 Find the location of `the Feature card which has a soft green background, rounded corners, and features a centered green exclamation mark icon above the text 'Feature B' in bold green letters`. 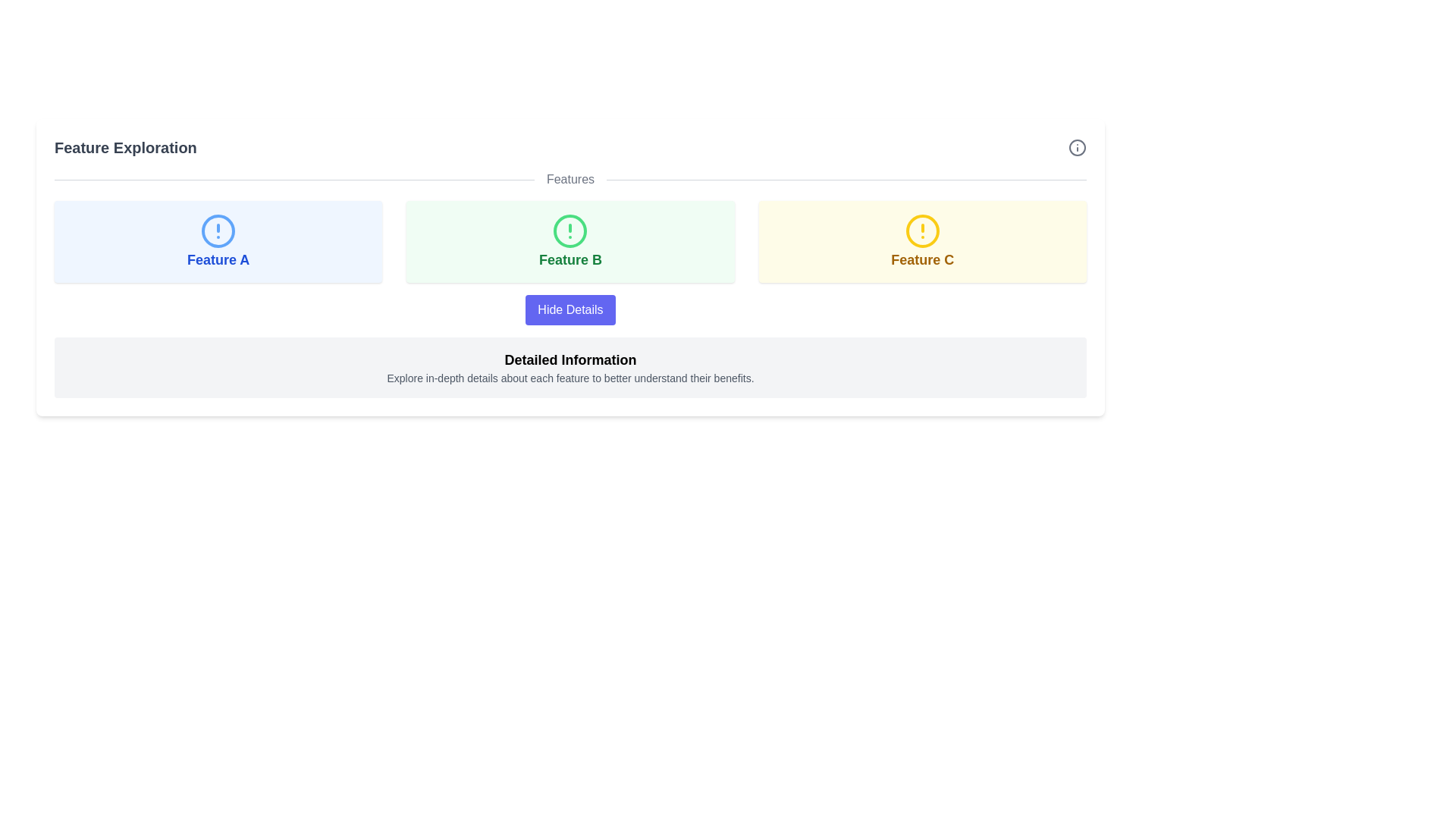

the Feature card which has a soft green background, rounded corners, and features a centered green exclamation mark icon above the text 'Feature B' in bold green letters is located at coordinates (570, 241).